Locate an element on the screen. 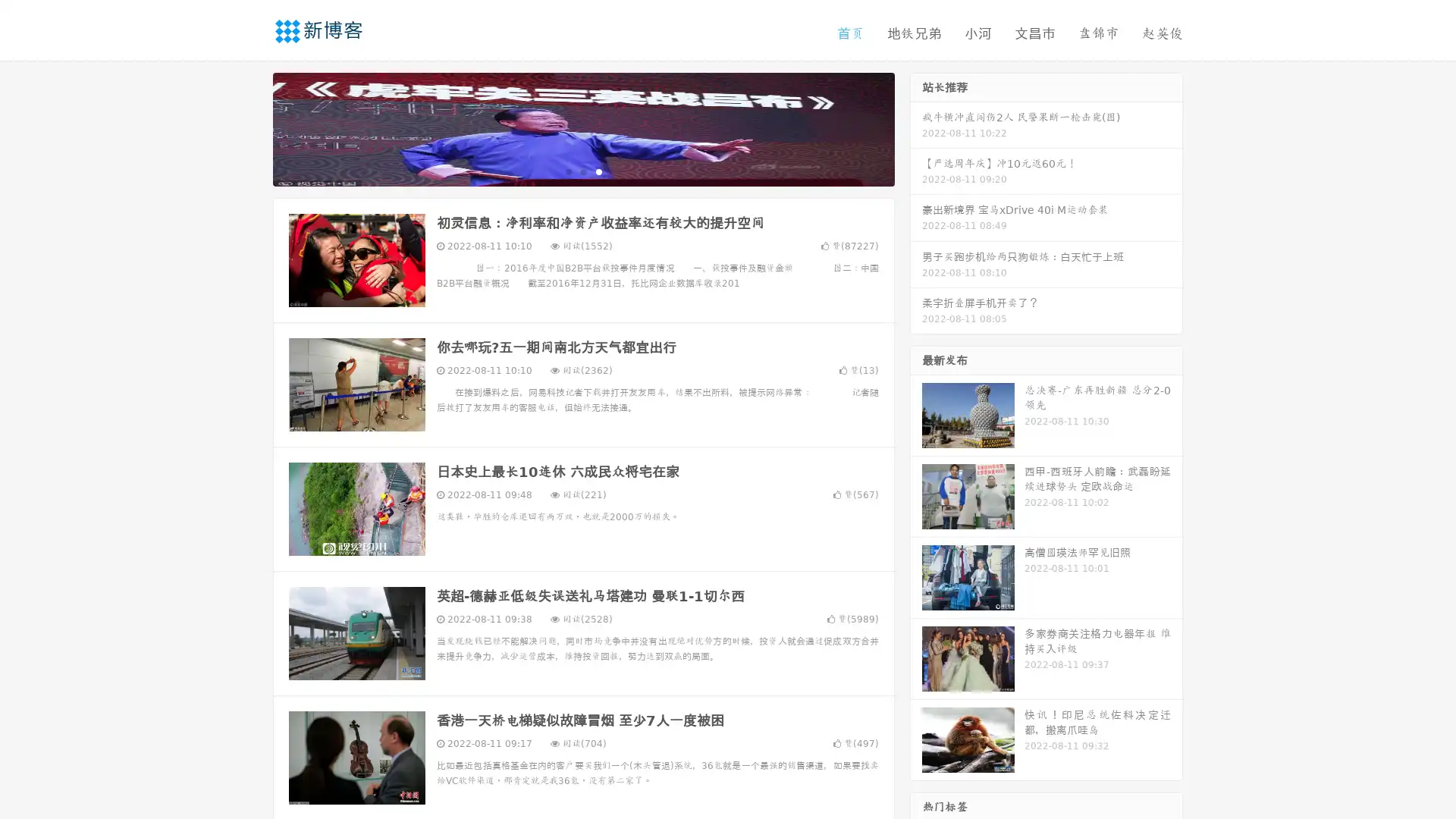 The height and width of the screenshot is (819, 1456). Go to slide 1 is located at coordinates (567, 171).